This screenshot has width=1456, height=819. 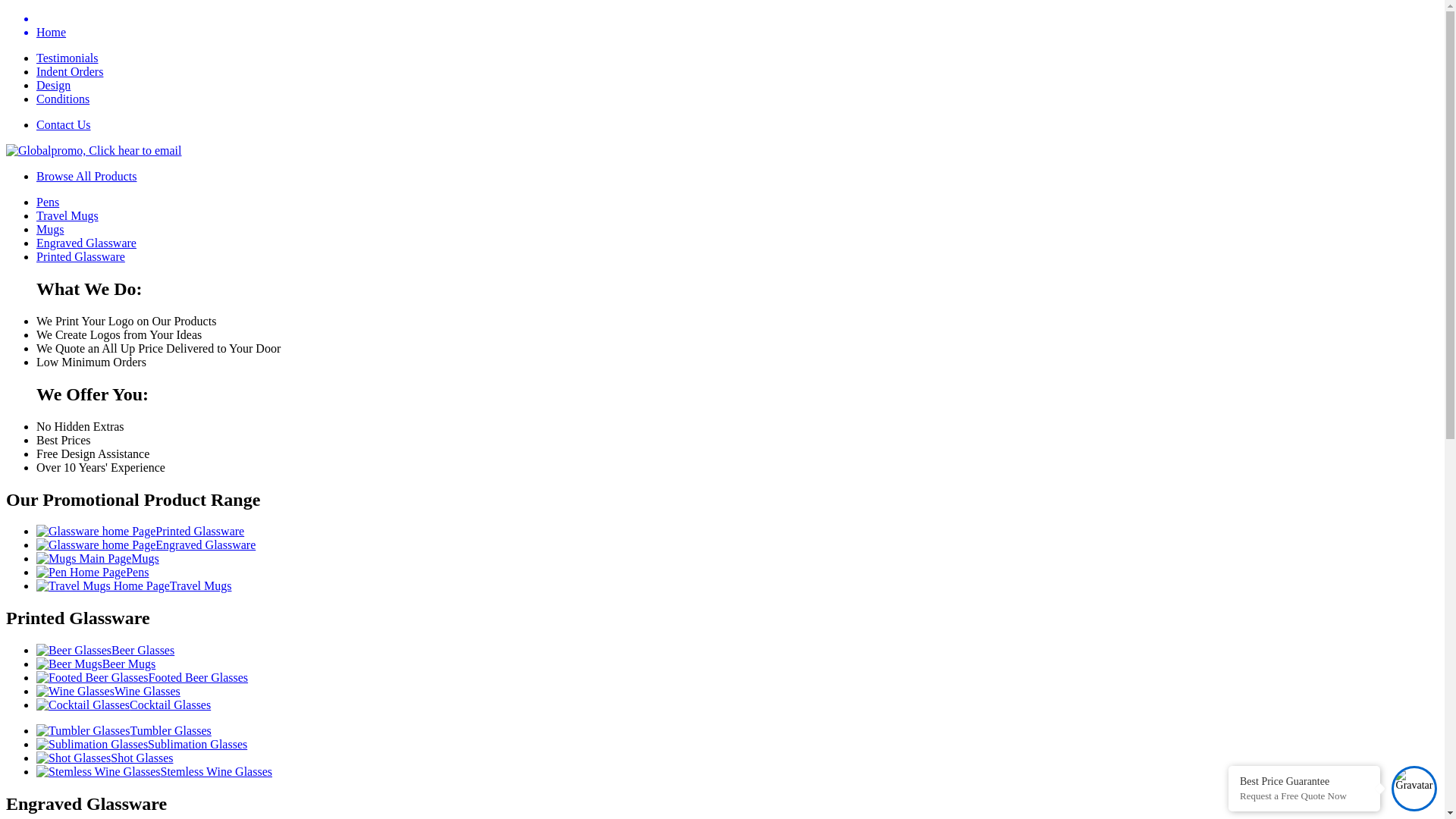 I want to click on 'Travel Mugs', so click(x=67, y=215).